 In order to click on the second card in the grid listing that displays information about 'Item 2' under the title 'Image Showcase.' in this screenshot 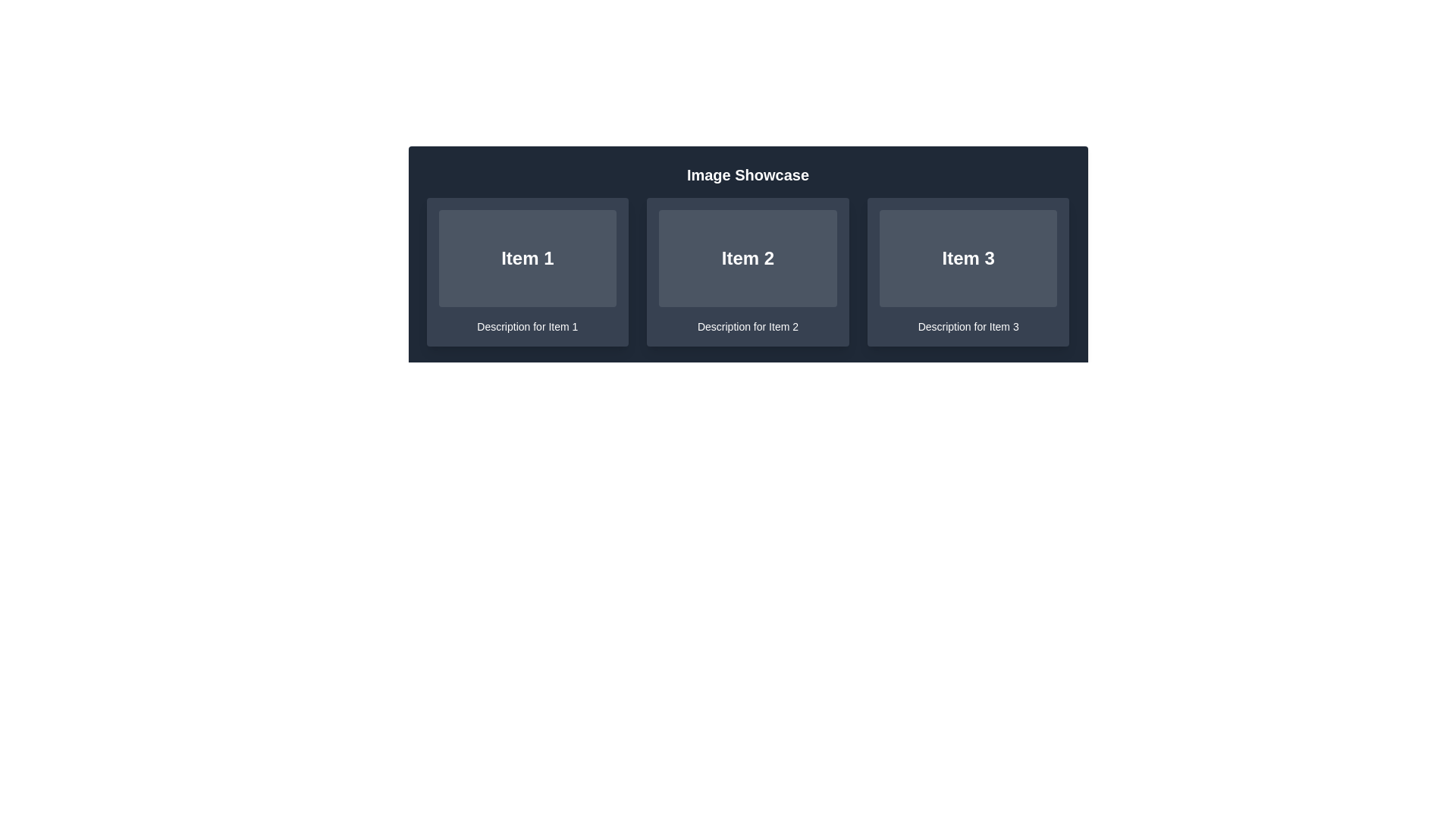, I will do `click(748, 271)`.